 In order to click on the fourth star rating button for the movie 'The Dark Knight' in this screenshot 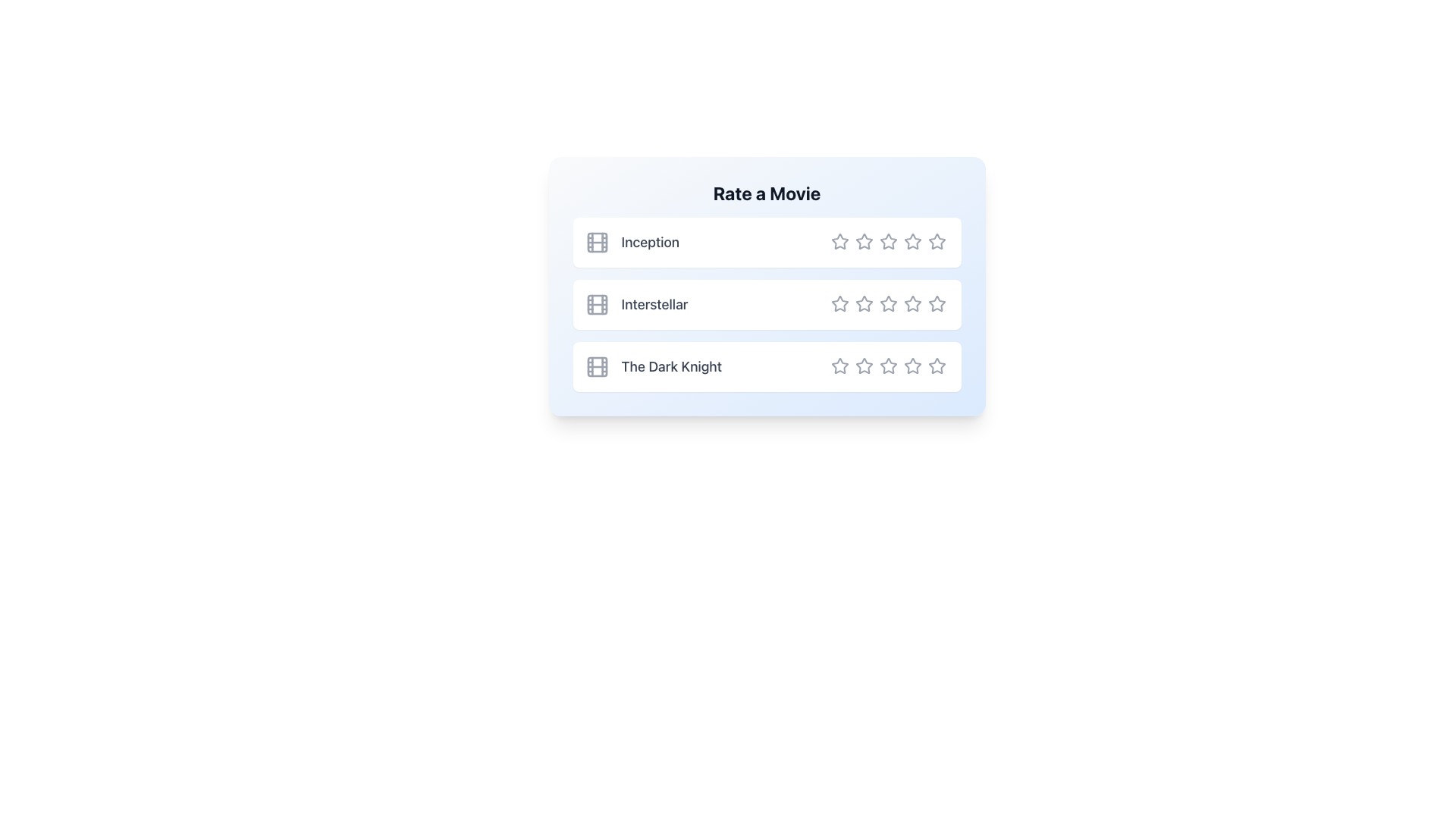, I will do `click(912, 366)`.